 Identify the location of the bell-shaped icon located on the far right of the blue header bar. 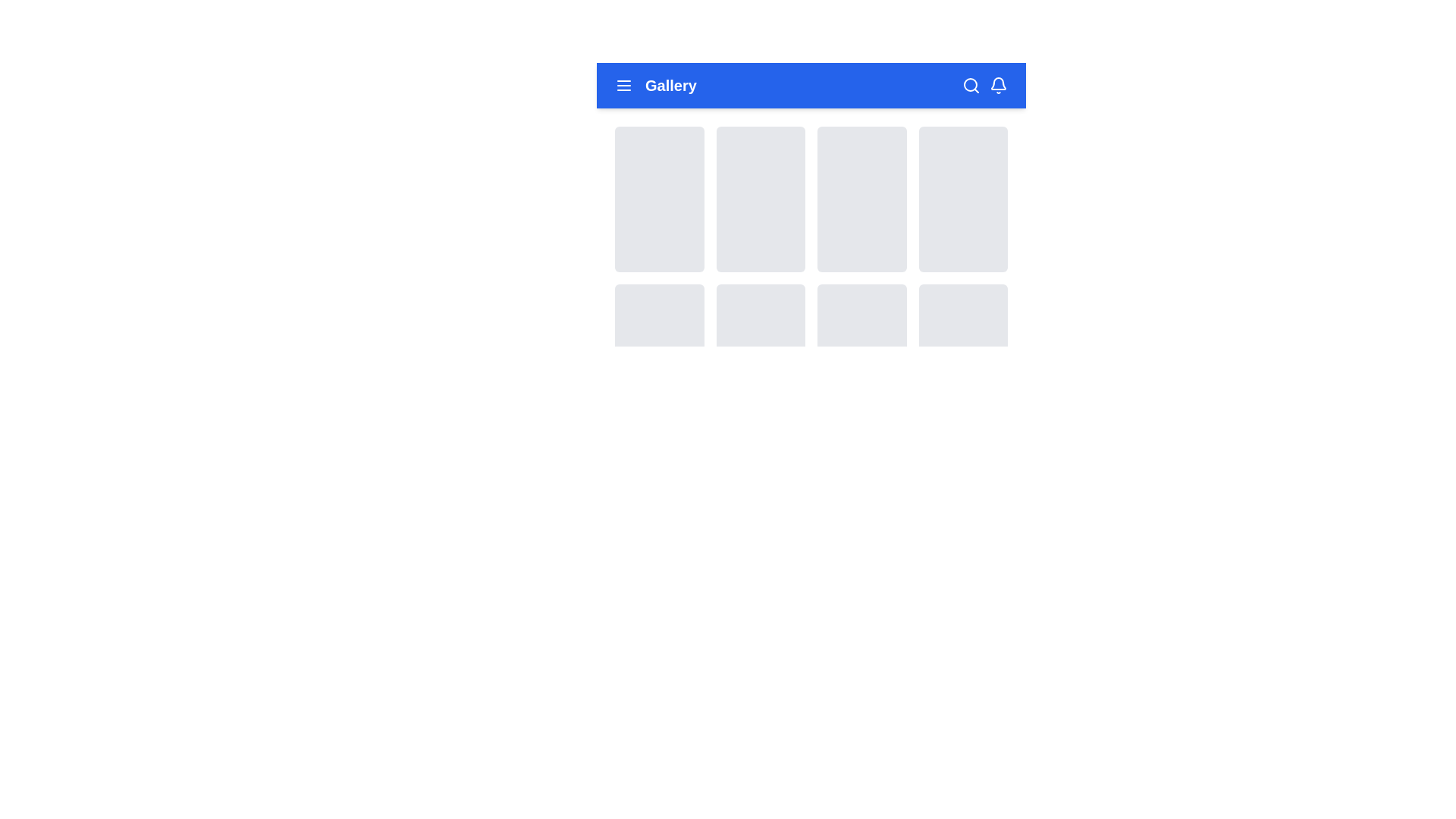
(998, 85).